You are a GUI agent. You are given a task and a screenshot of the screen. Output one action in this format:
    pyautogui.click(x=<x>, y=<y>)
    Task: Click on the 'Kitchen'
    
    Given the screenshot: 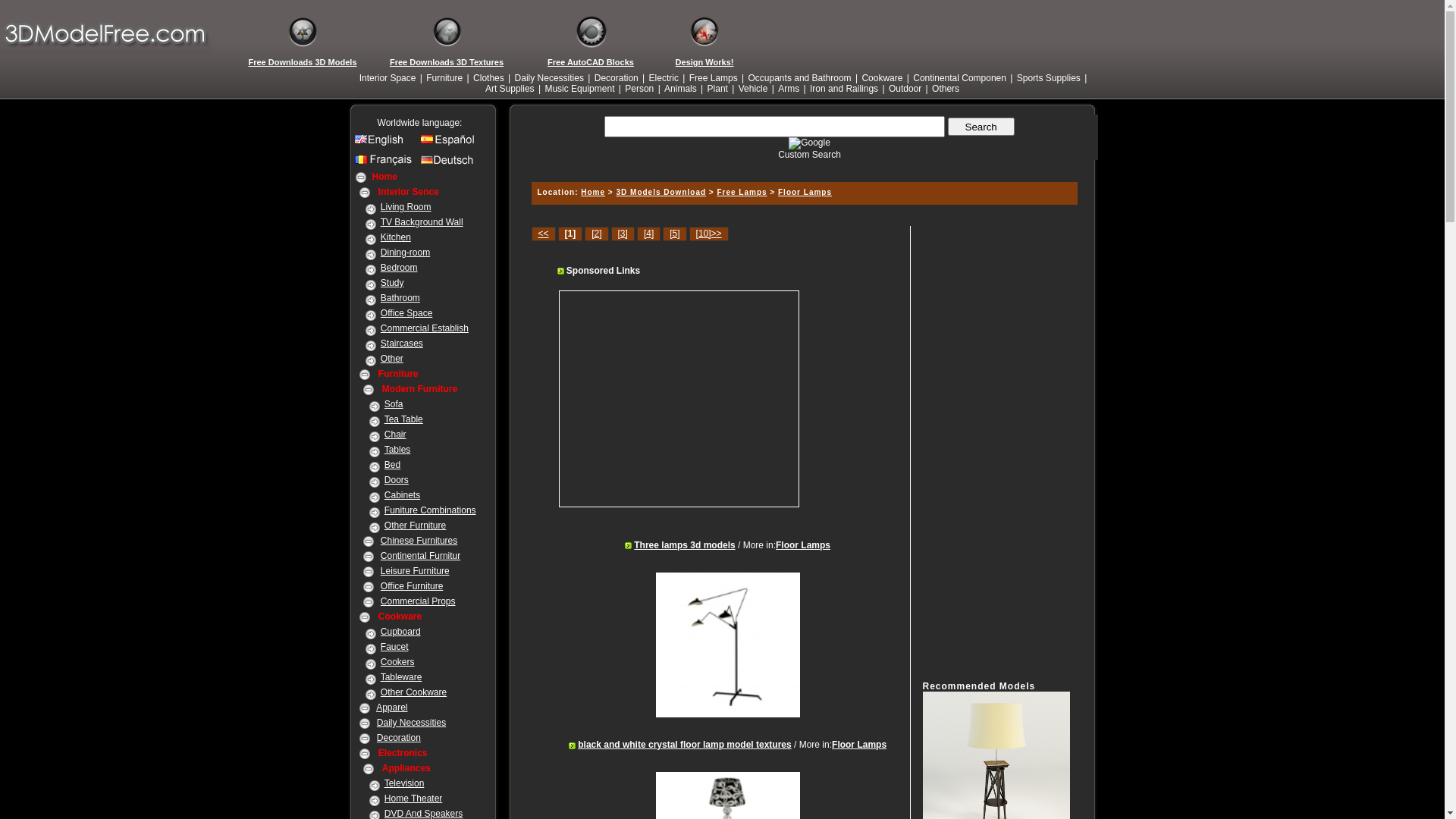 What is the action you would take?
    pyautogui.click(x=396, y=237)
    